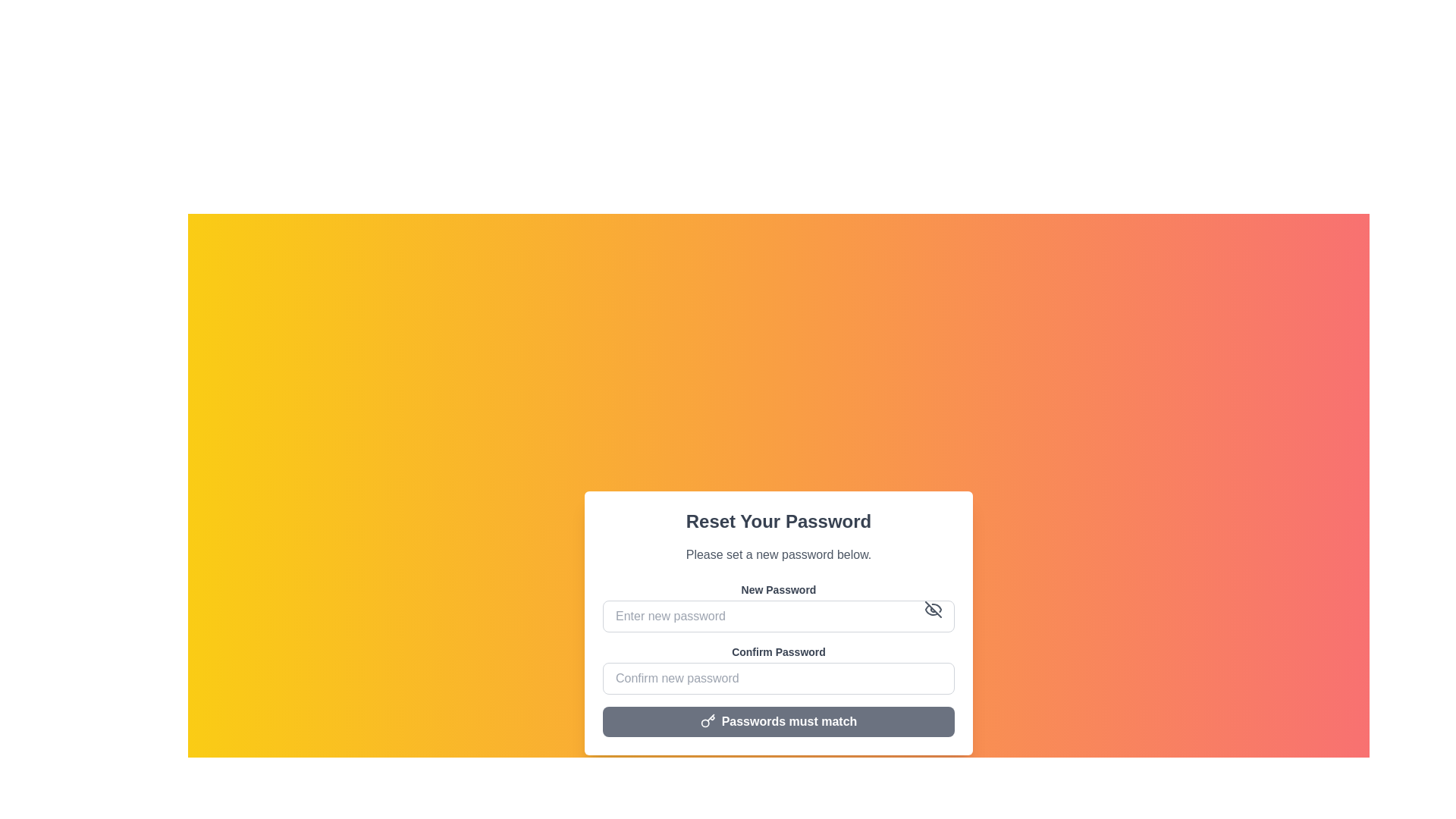 The height and width of the screenshot is (819, 1456). Describe the element at coordinates (779, 669) in the screenshot. I see `the Password input field in the 'Reset Your Password' modal to observe potential interactive effects` at that location.